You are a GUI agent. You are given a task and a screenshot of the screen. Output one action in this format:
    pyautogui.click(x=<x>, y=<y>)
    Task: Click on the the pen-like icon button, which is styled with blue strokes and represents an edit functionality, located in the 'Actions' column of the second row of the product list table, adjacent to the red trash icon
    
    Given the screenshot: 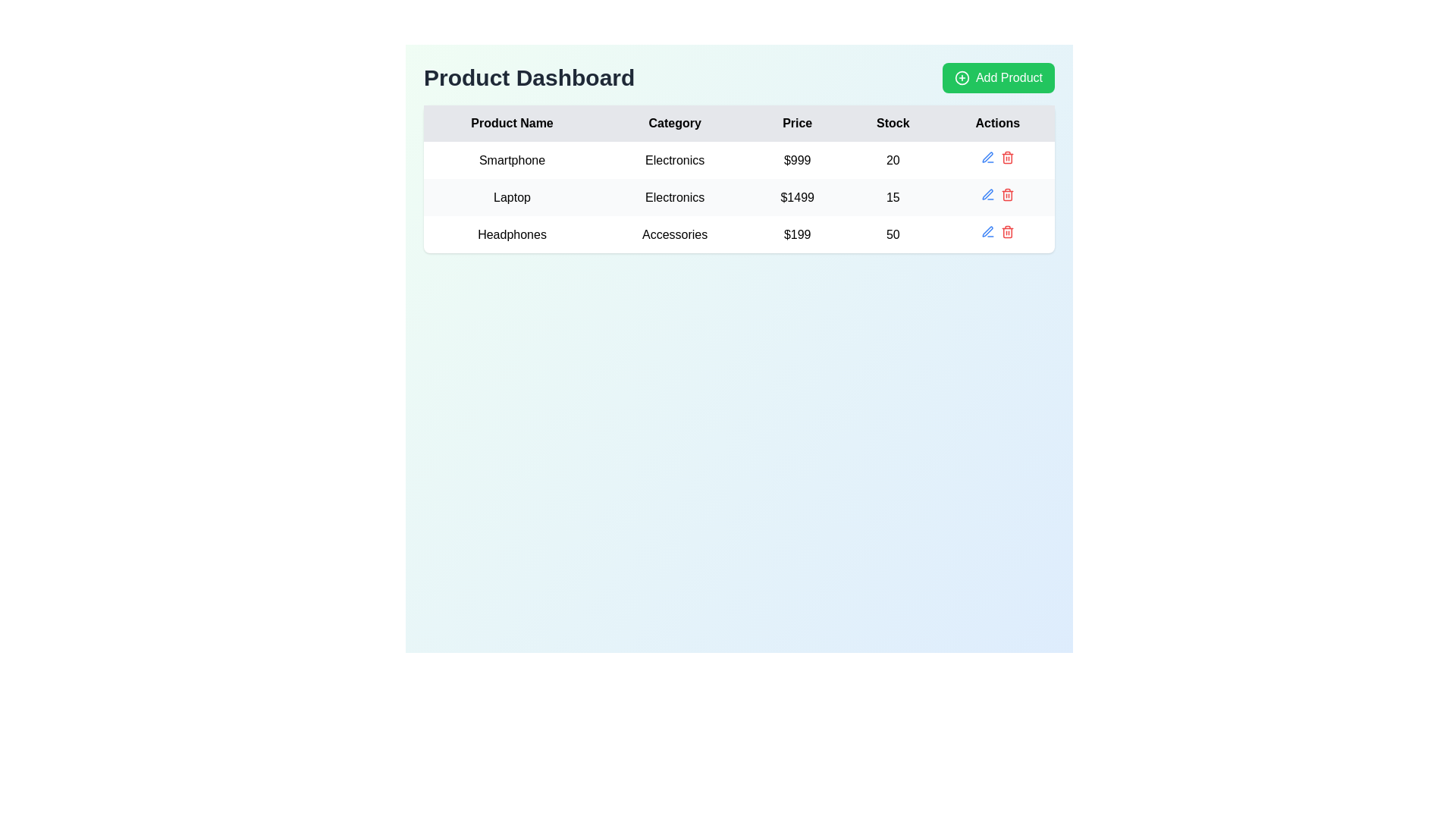 What is the action you would take?
    pyautogui.click(x=987, y=157)
    